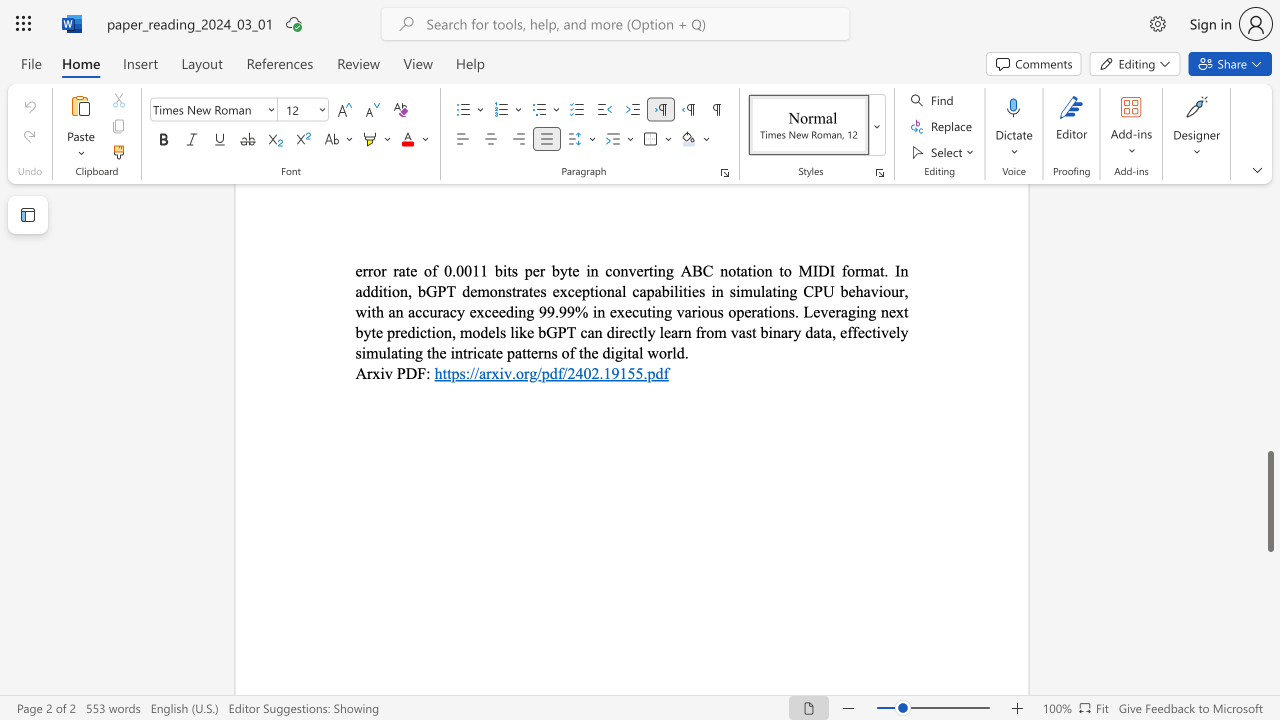  Describe the element at coordinates (1269, 428) in the screenshot. I see `the vertical scrollbar to raise the page content` at that location.